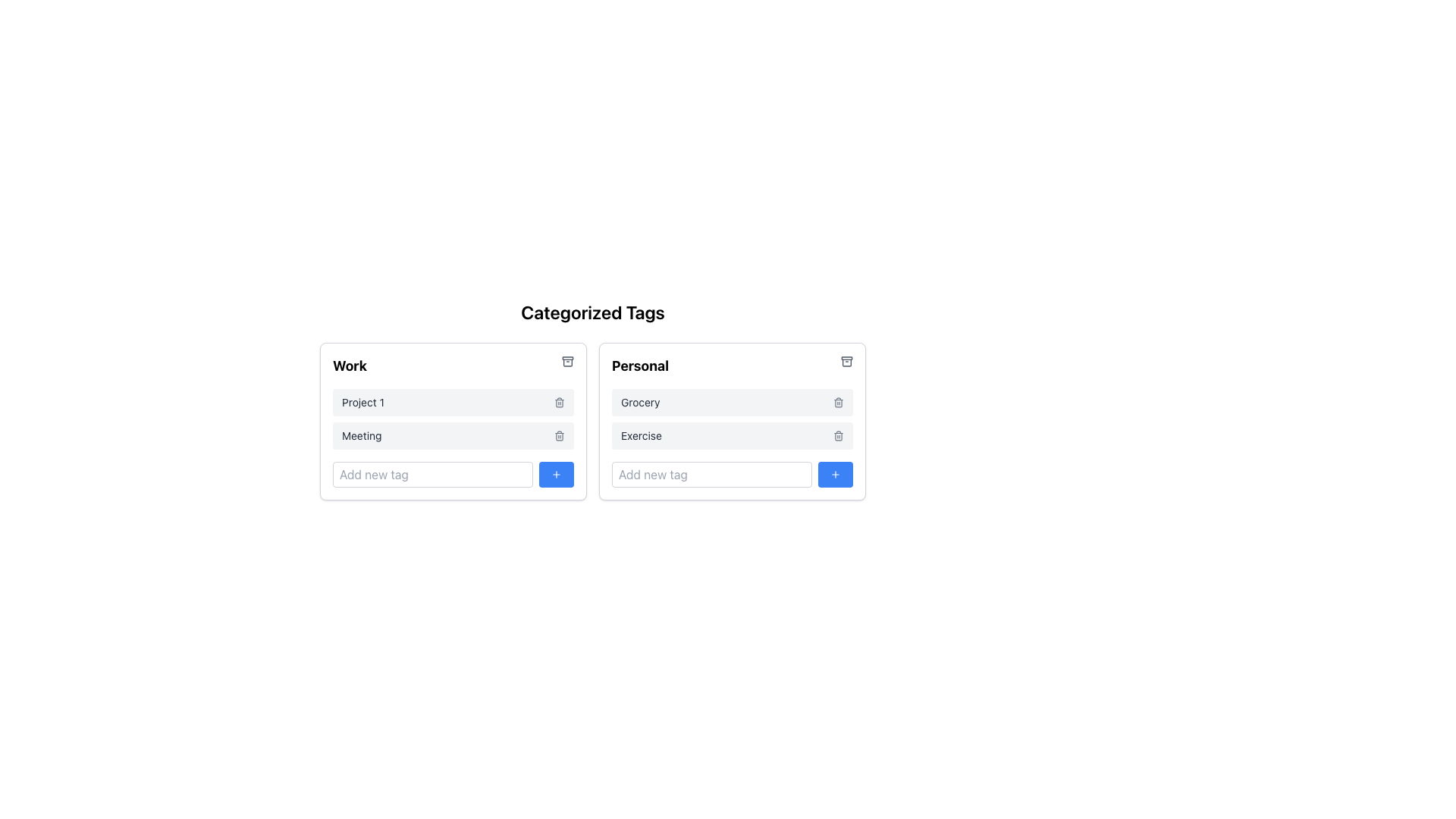 The width and height of the screenshot is (1456, 819). Describe the element at coordinates (837, 402) in the screenshot. I see `the trash bin icon located to the right of the 'Grocery' tag in the 'Personal' categorized list` at that location.